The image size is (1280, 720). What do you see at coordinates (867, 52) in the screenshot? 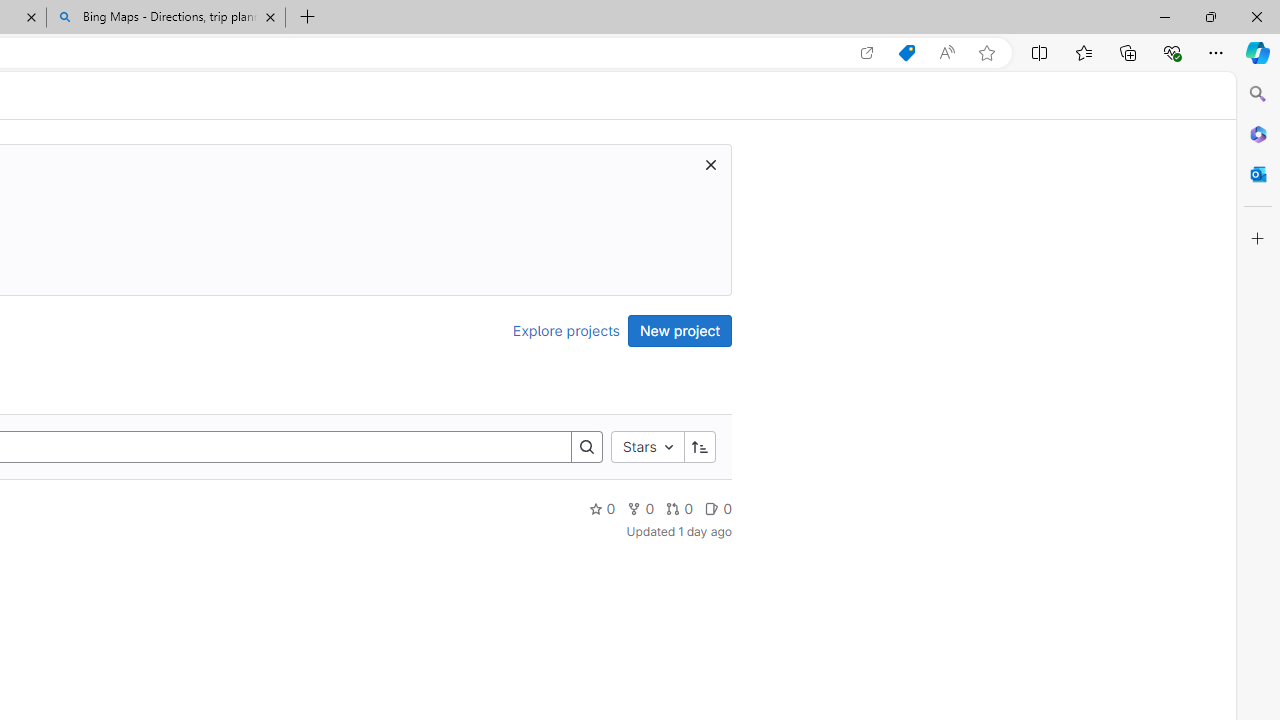
I see `'Open in app'` at bounding box center [867, 52].